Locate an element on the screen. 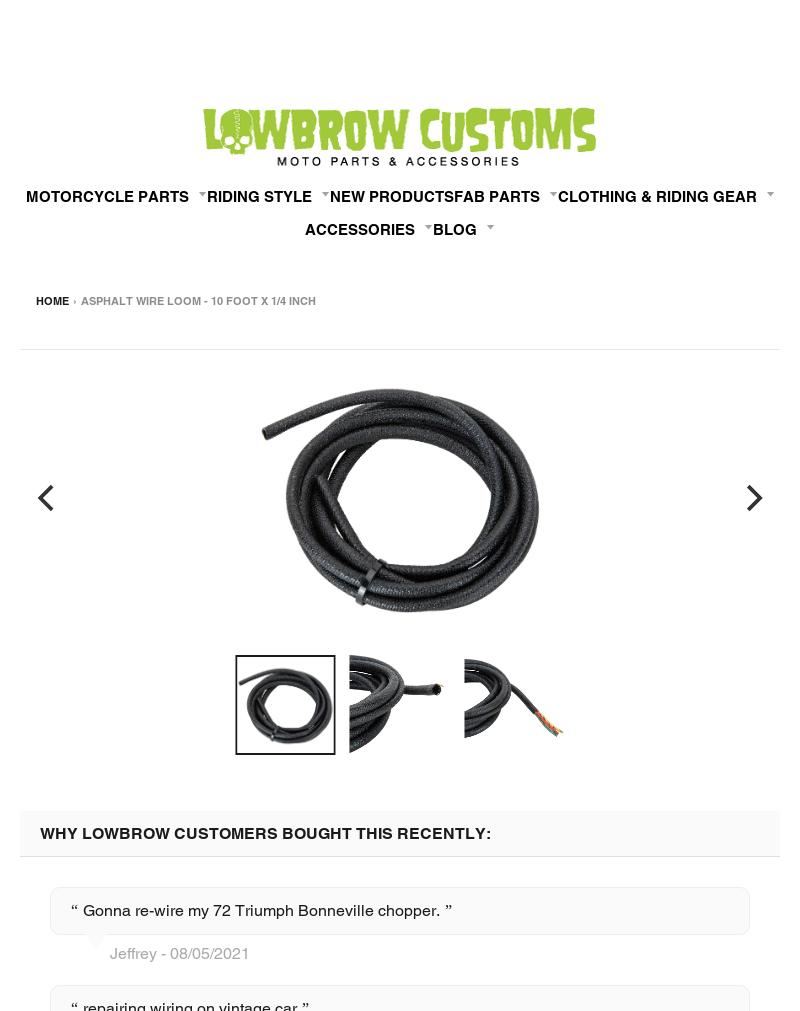 The width and height of the screenshot is (800, 1011). '08/19/2020' is located at coordinates (752, 214).